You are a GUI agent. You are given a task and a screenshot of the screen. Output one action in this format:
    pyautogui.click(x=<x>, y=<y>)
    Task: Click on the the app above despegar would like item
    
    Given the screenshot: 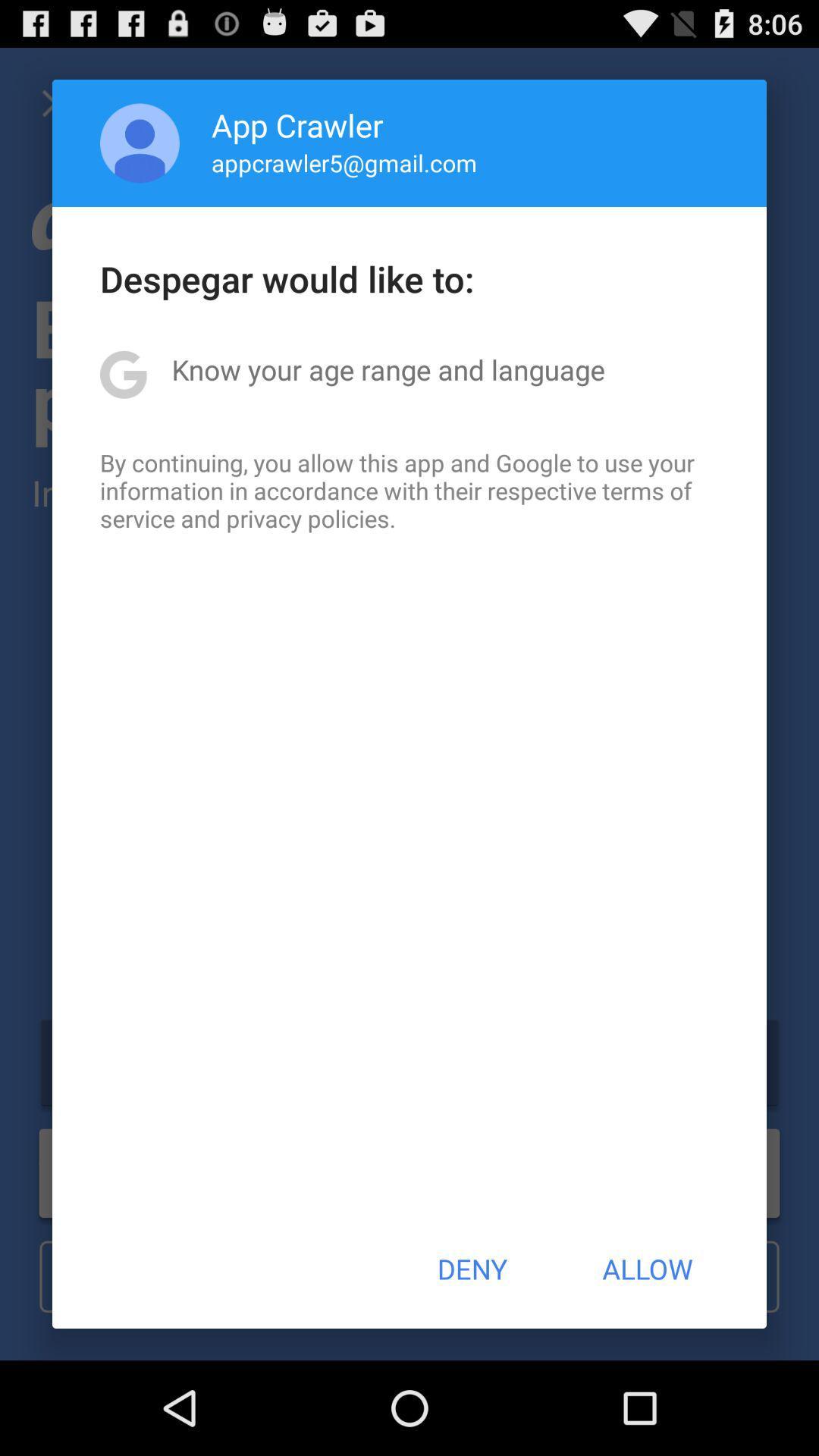 What is the action you would take?
    pyautogui.click(x=140, y=143)
    